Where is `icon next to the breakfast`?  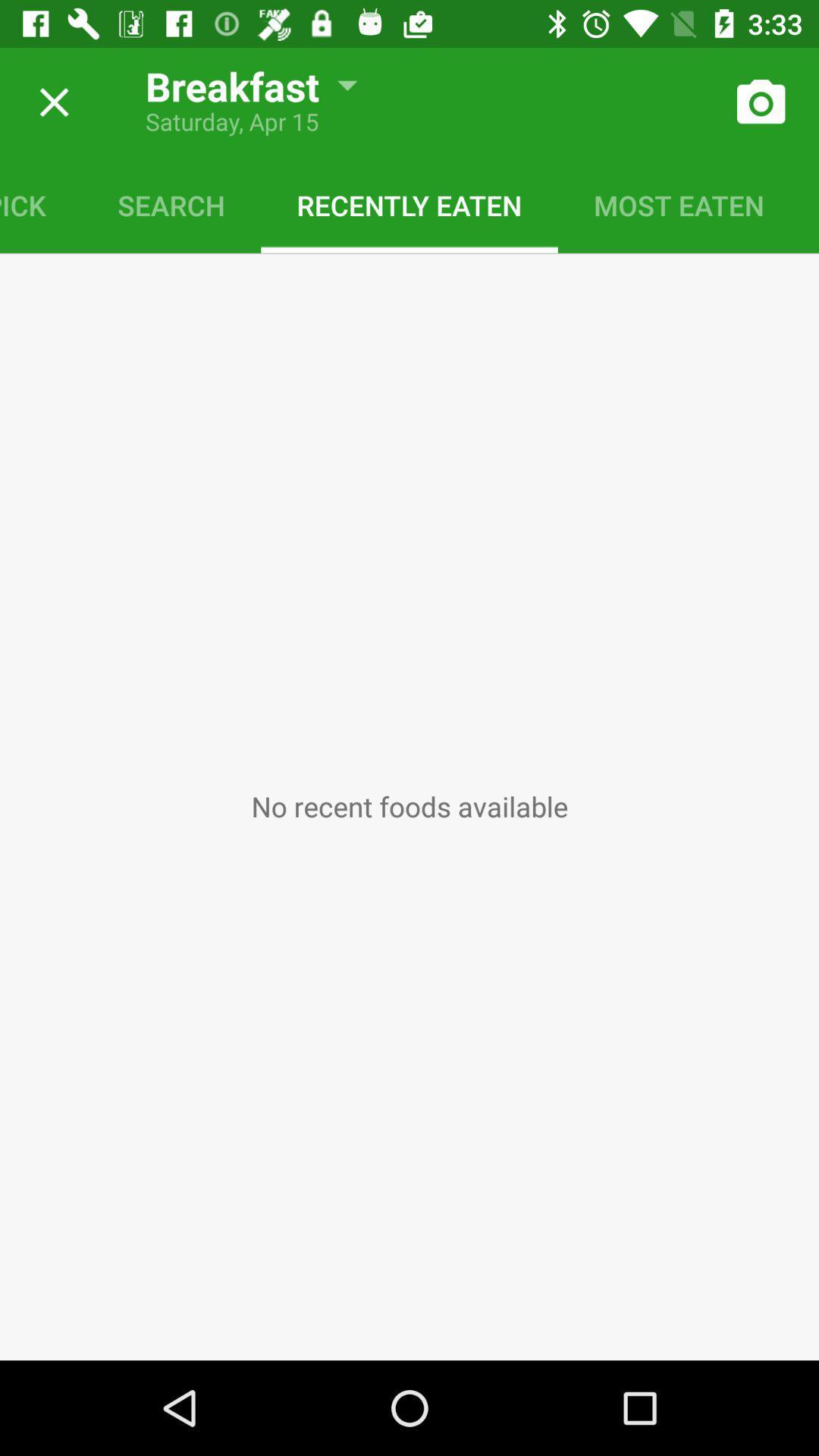
icon next to the breakfast is located at coordinates (48, 102).